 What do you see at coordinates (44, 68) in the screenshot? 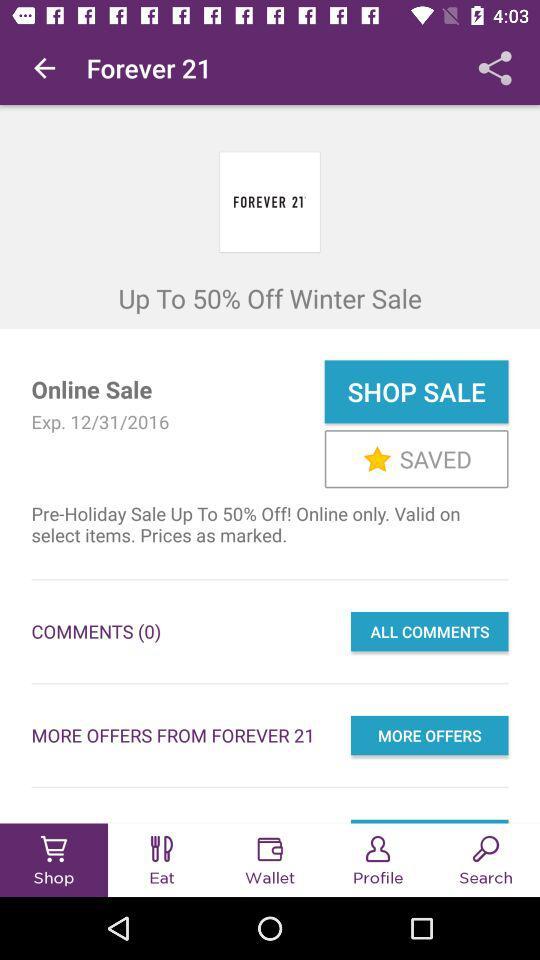
I see `the app to the left of forever 21 item` at bounding box center [44, 68].